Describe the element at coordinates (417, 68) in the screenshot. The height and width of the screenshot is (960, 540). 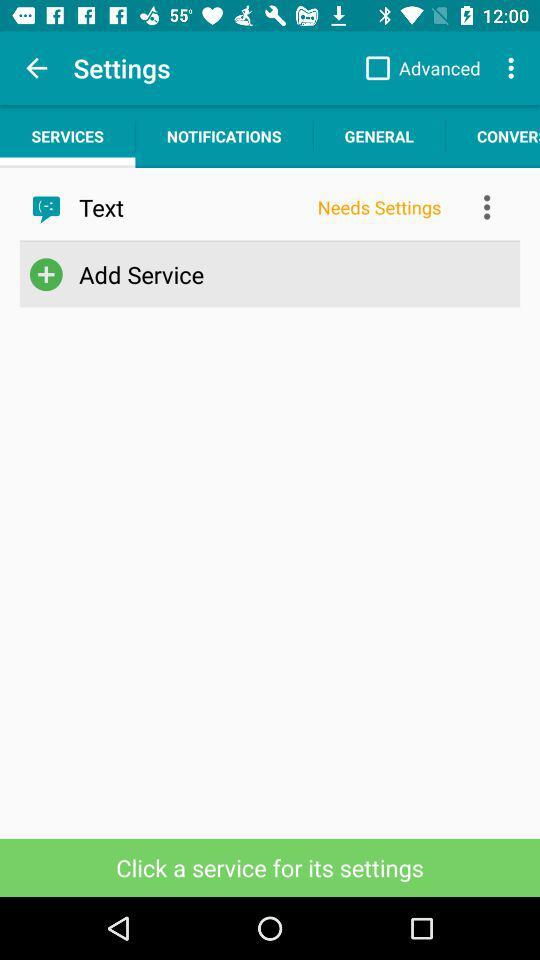
I see `app to the right of settings item` at that location.